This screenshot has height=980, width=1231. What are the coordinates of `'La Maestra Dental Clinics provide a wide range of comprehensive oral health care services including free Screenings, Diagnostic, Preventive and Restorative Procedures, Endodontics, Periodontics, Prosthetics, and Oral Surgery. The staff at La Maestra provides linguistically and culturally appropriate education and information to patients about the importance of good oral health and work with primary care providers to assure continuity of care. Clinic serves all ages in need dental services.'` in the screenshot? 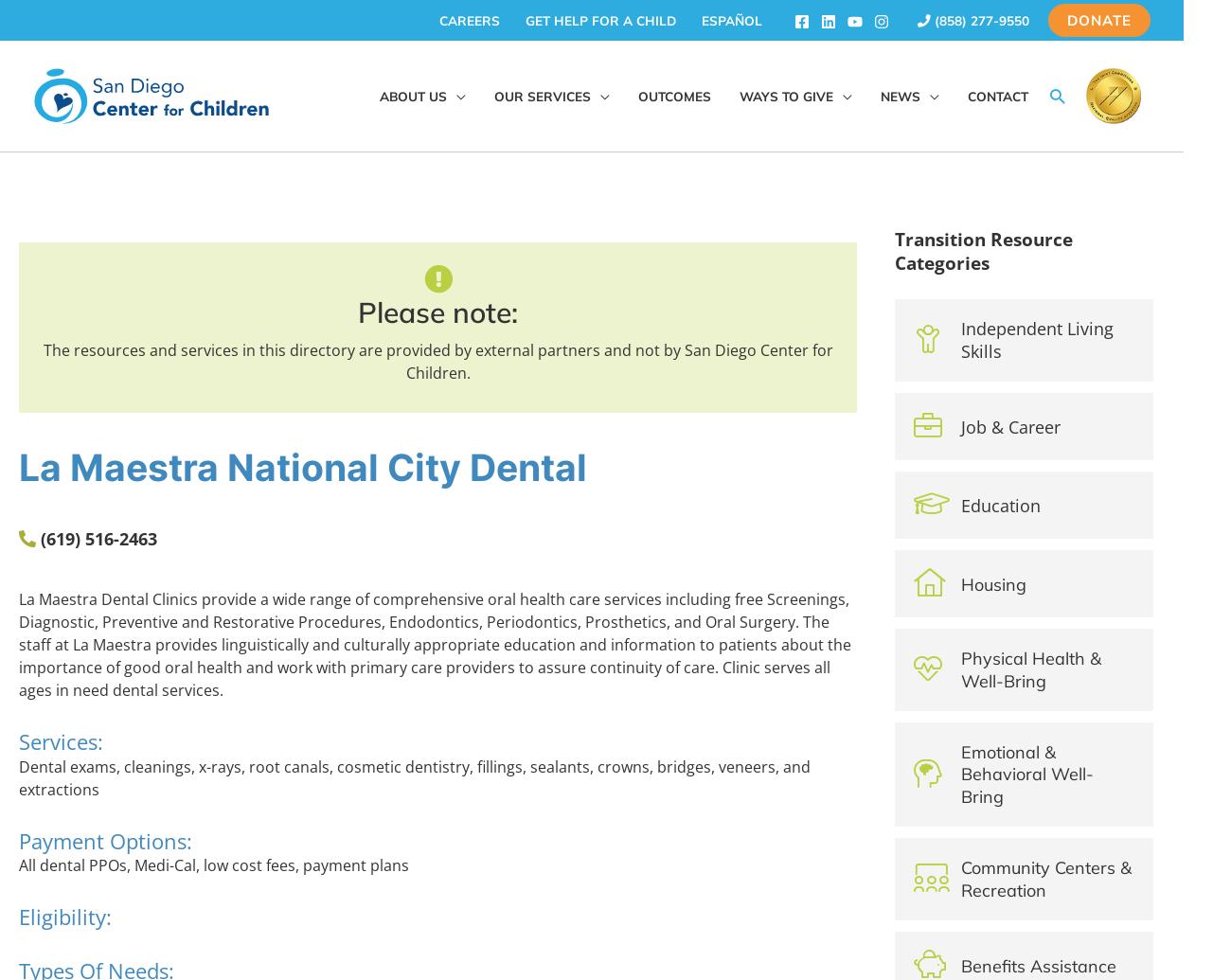 It's located at (434, 644).